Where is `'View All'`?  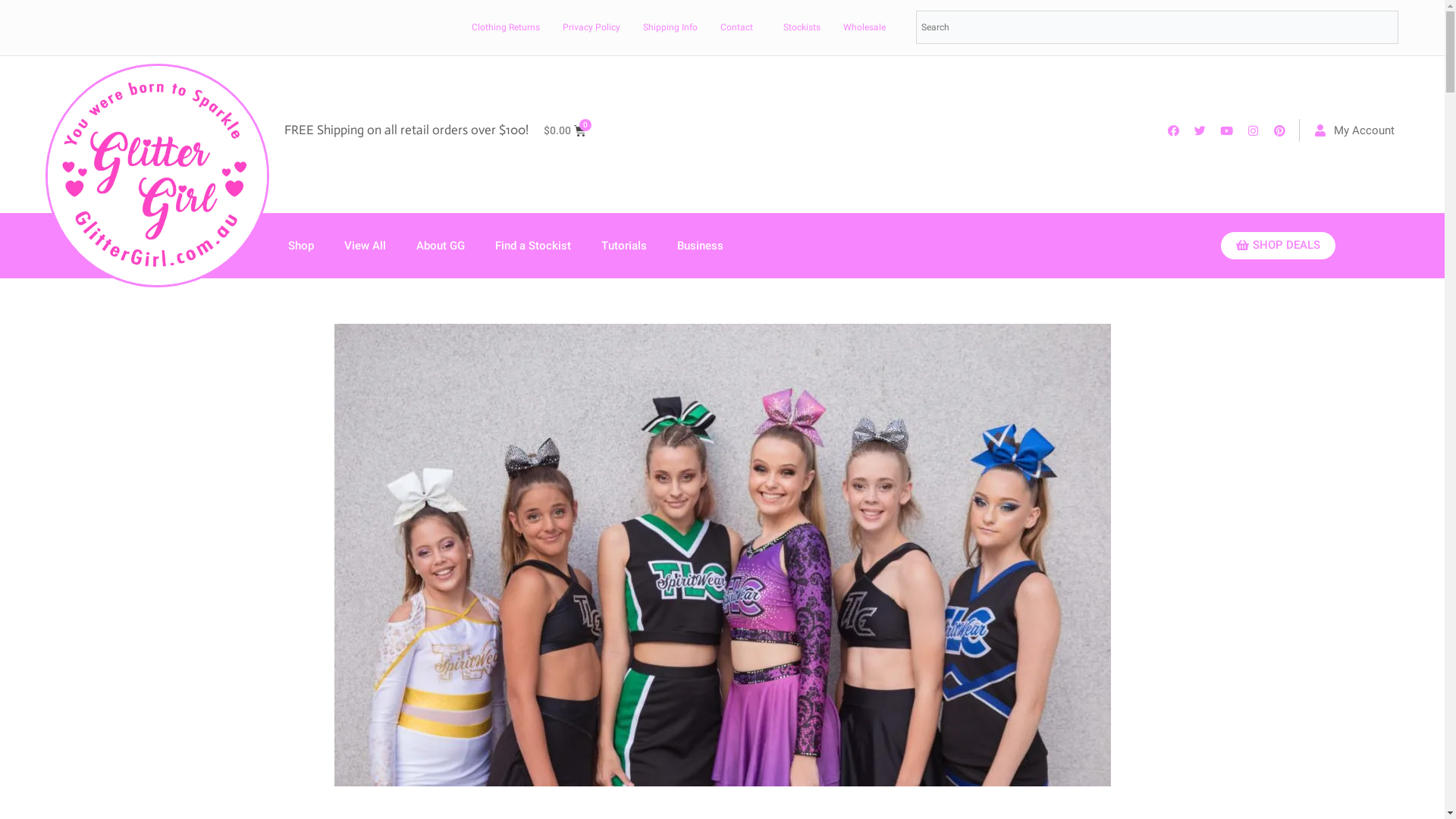 'View All' is located at coordinates (328, 245).